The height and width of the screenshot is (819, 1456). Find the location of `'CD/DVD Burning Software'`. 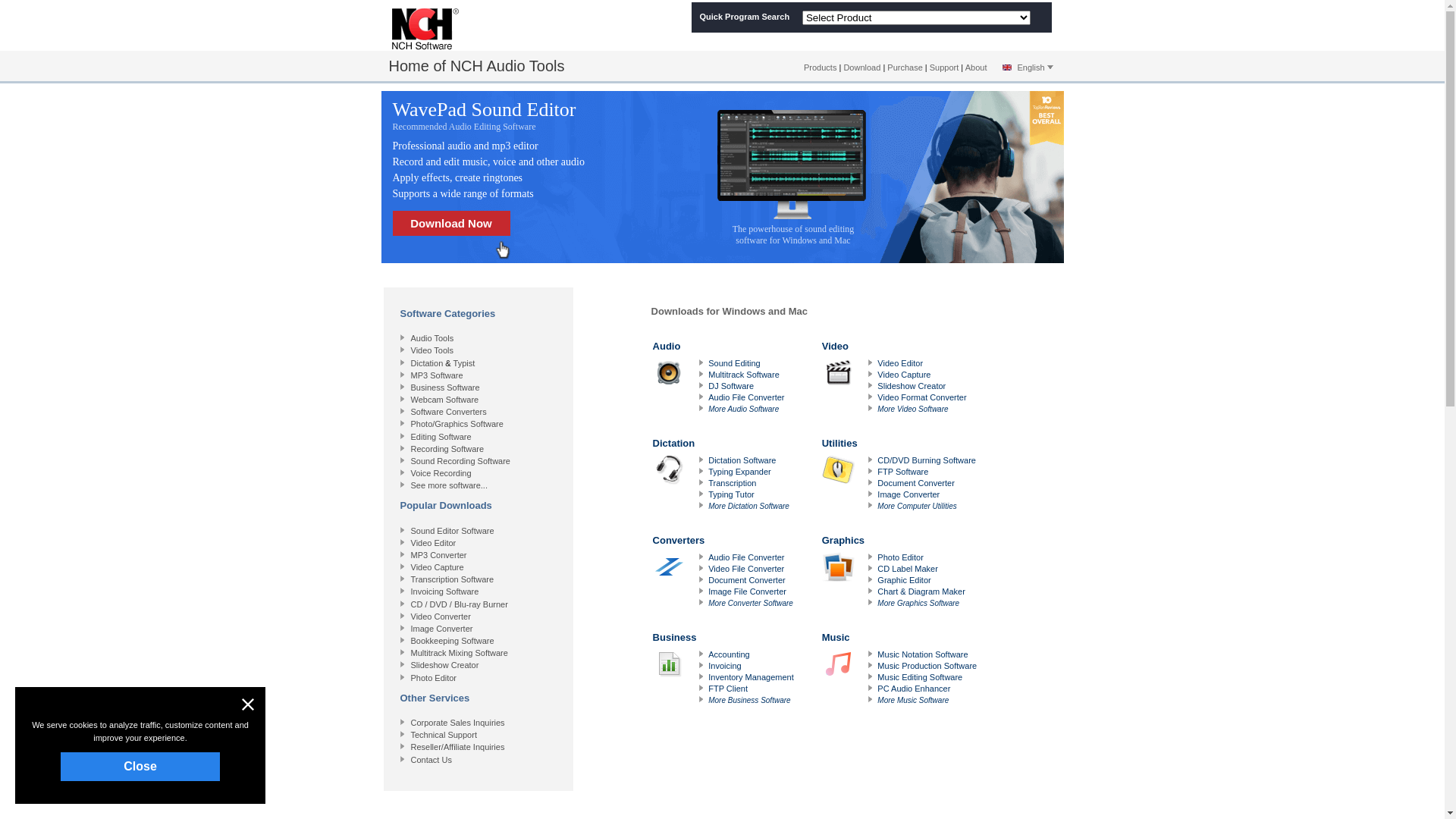

'CD/DVD Burning Software' is located at coordinates (926, 459).